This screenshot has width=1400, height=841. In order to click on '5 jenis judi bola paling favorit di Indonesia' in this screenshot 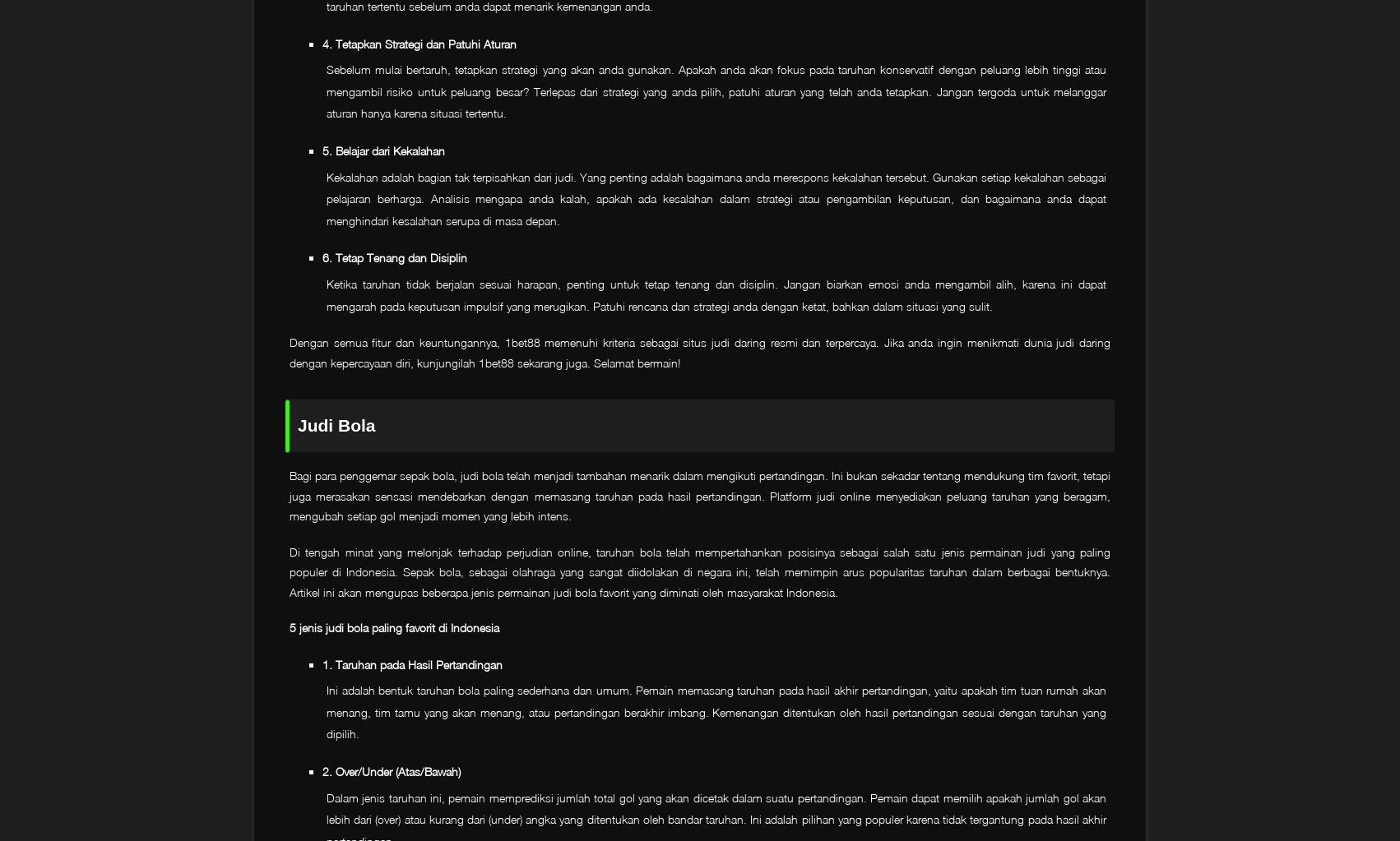, I will do `click(289, 626)`.